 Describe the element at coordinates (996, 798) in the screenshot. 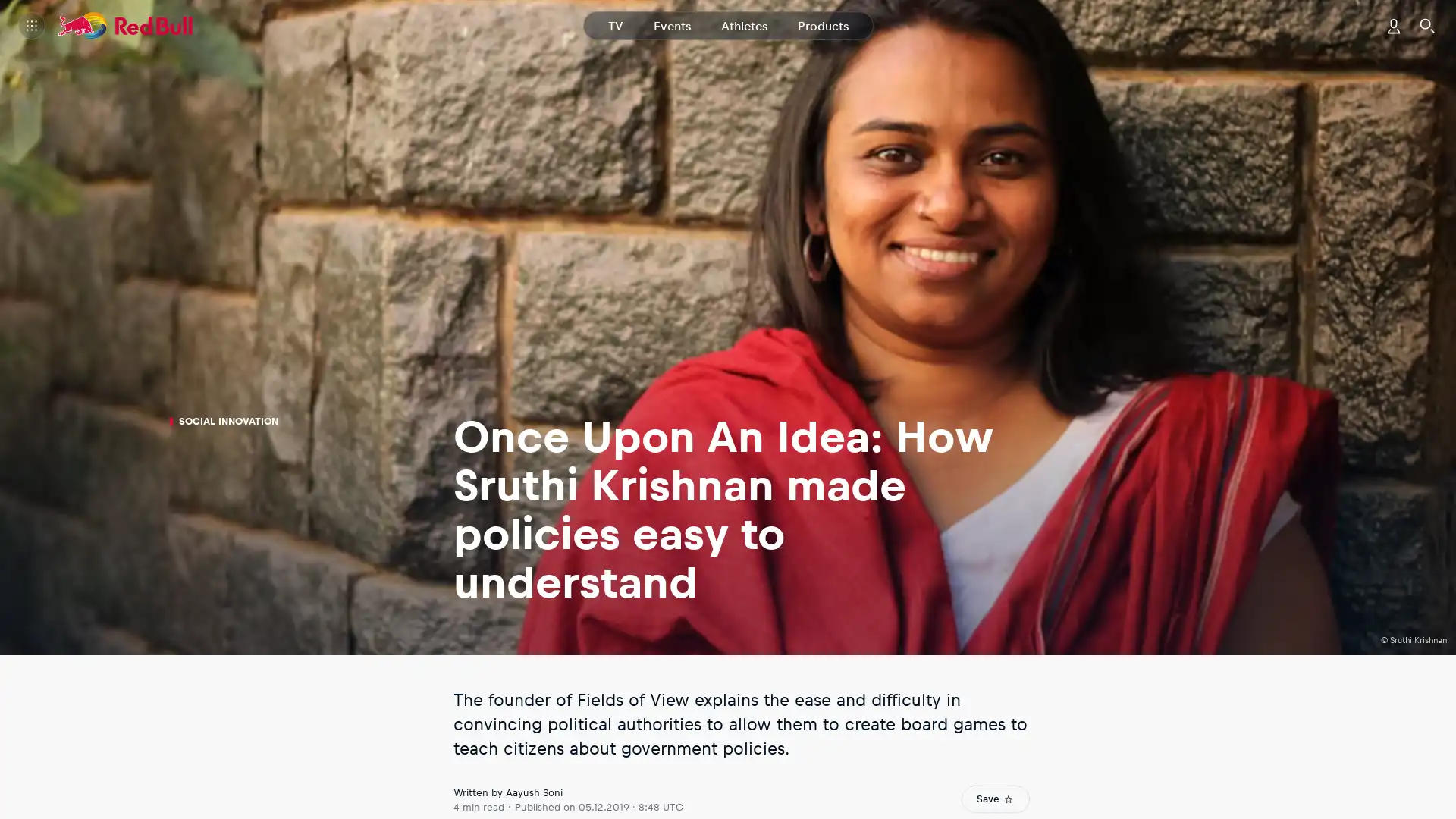

I see `Add to favorites` at that location.